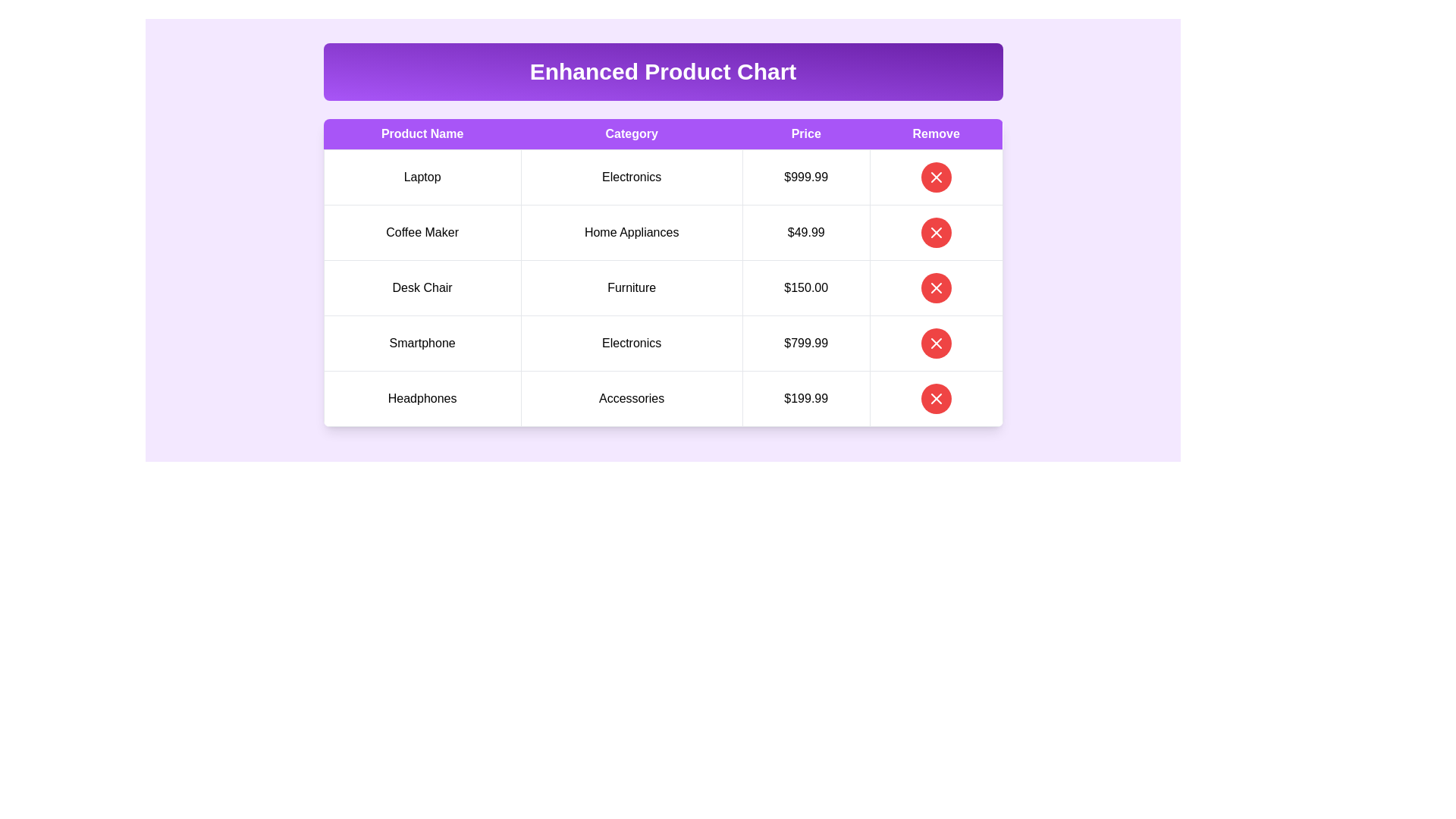 The width and height of the screenshot is (1456, 819). What do you see at coordinates (935, 343) in the screenshot?
I see `the close/remove icon, which is a small 'X' symbol in a circular red background located in the fourth row of the 'Remove' column in the table` at bounding box center [935, 343].